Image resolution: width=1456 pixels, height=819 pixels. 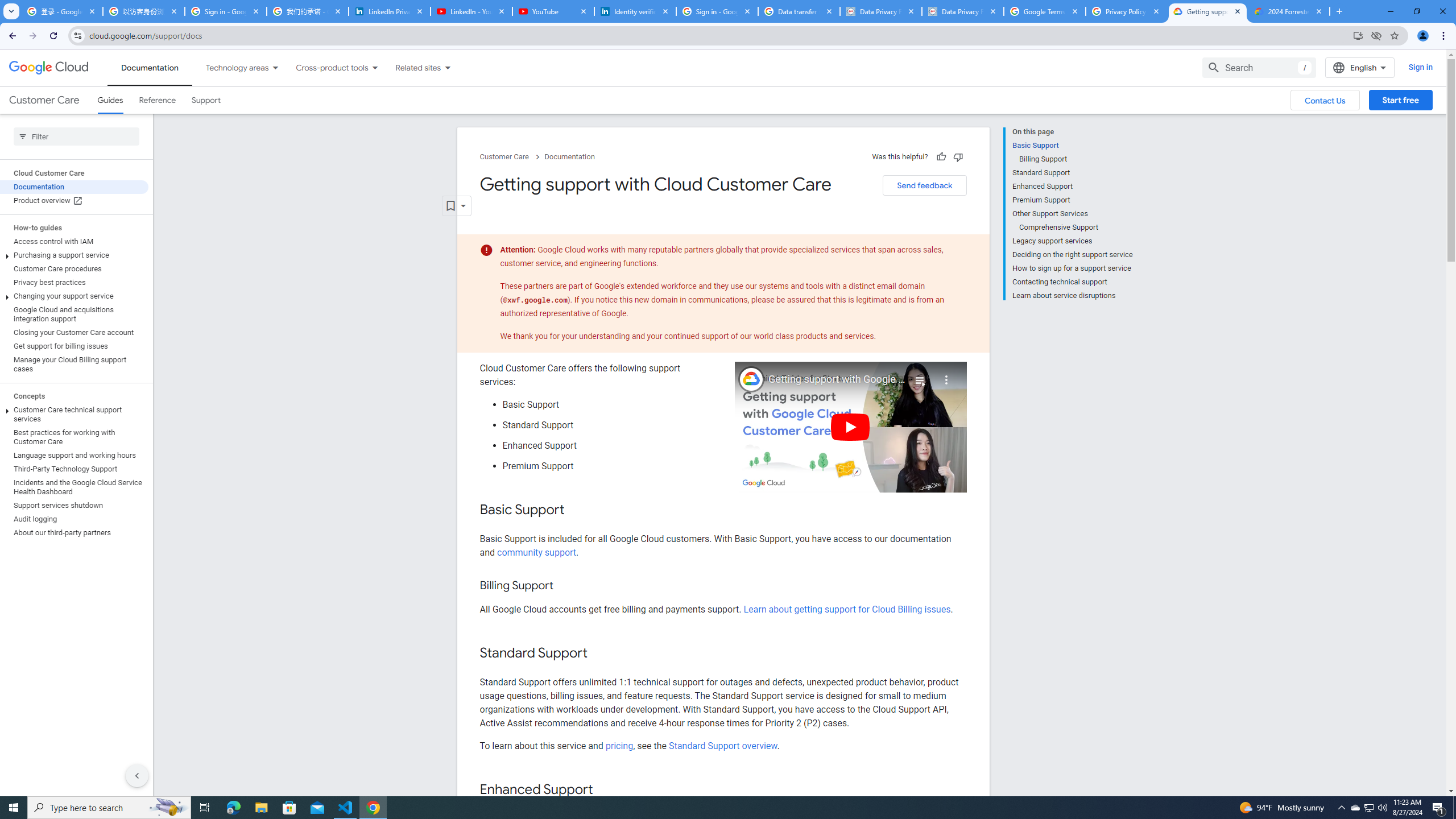 I want to click on 'Standard Support', so click(x=1072, y=172).